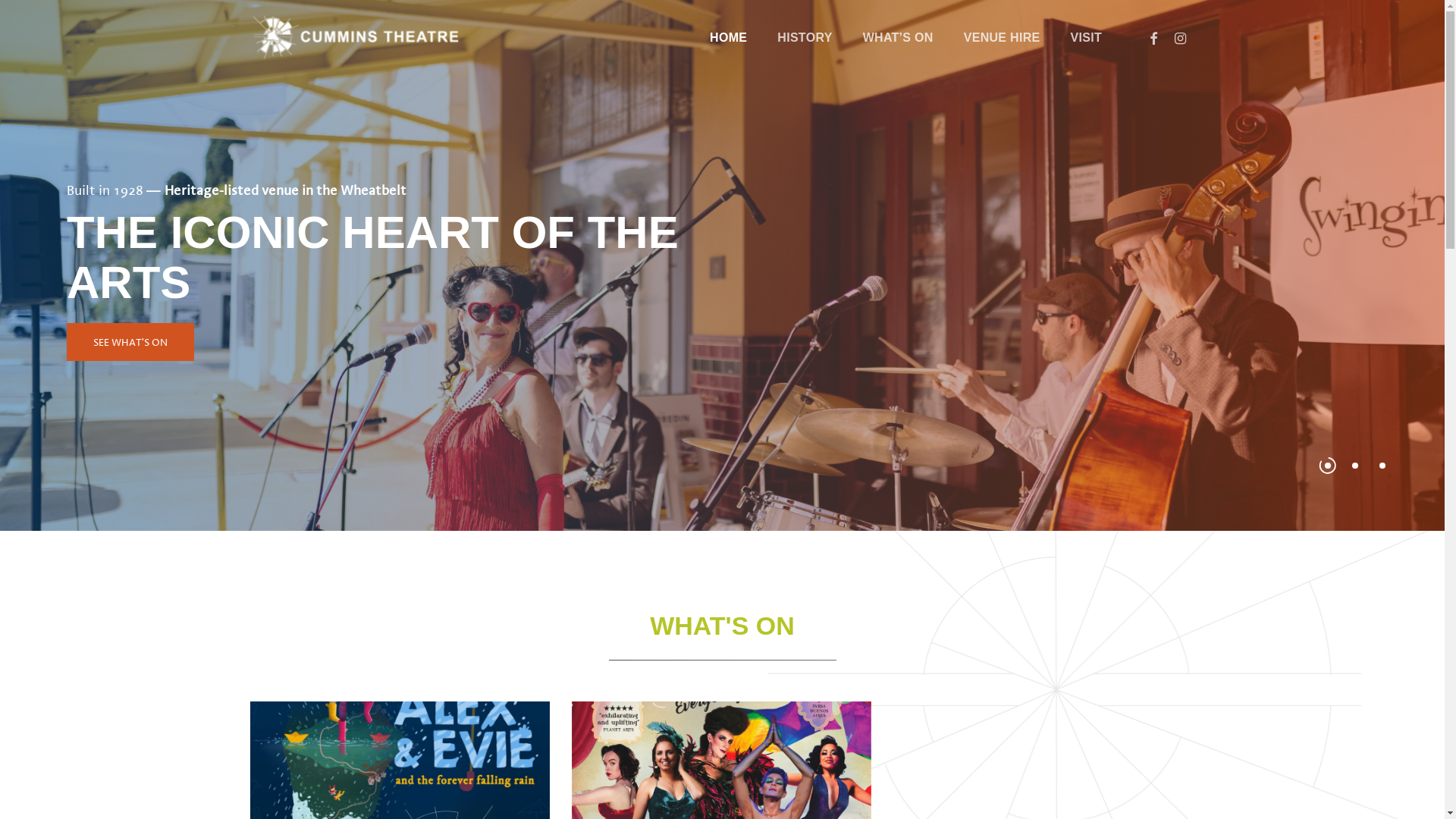 Image resolution: width=1456 pixels, height=819 pixels. I want to click on 'HOME', so click(728, 37).